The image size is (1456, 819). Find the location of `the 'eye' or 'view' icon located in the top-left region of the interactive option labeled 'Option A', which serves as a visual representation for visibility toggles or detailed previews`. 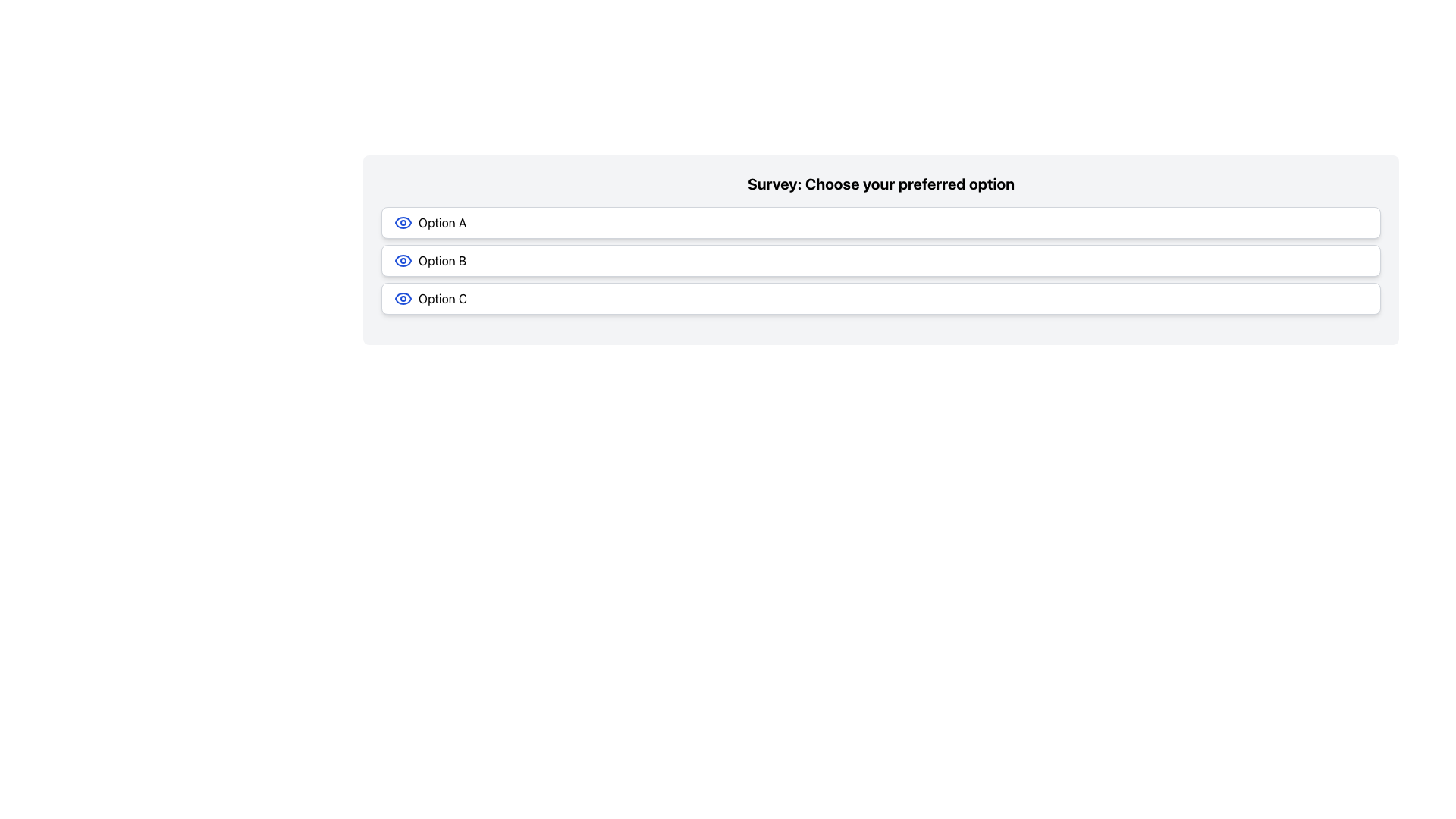

the 'eye' or 'view' icon located in the top-left region of the interactive option labeled 'Option A', which serves as a visual representation for visibility toggles or detailed previews is located at coordinates (403, 222).